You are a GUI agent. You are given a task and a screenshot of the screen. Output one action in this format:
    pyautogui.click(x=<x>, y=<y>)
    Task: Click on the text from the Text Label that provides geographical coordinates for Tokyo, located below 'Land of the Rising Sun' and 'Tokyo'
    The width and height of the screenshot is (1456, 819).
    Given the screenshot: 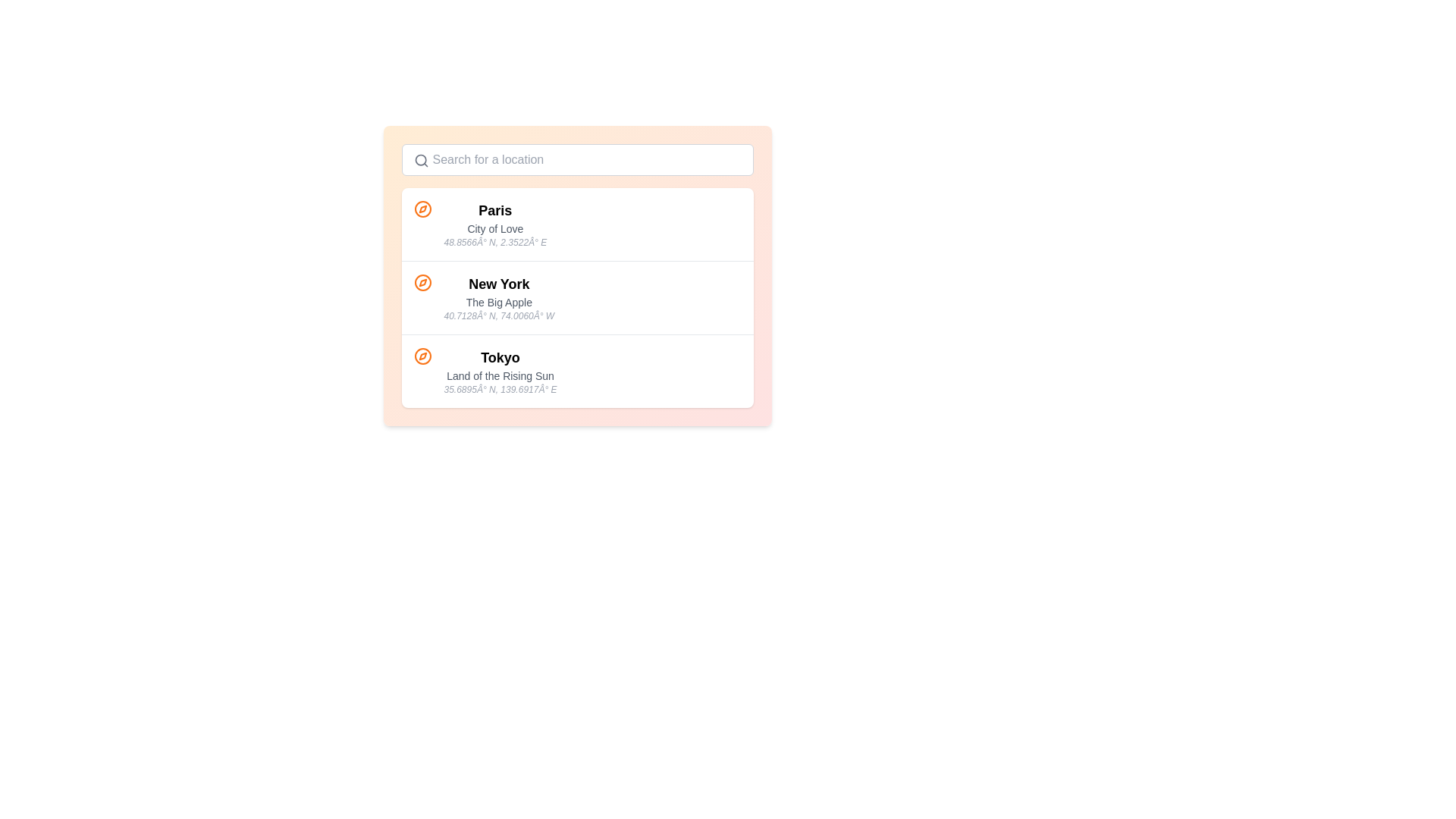 What is the action you would take?
    pyautogui.click(x=500, y=388)
    